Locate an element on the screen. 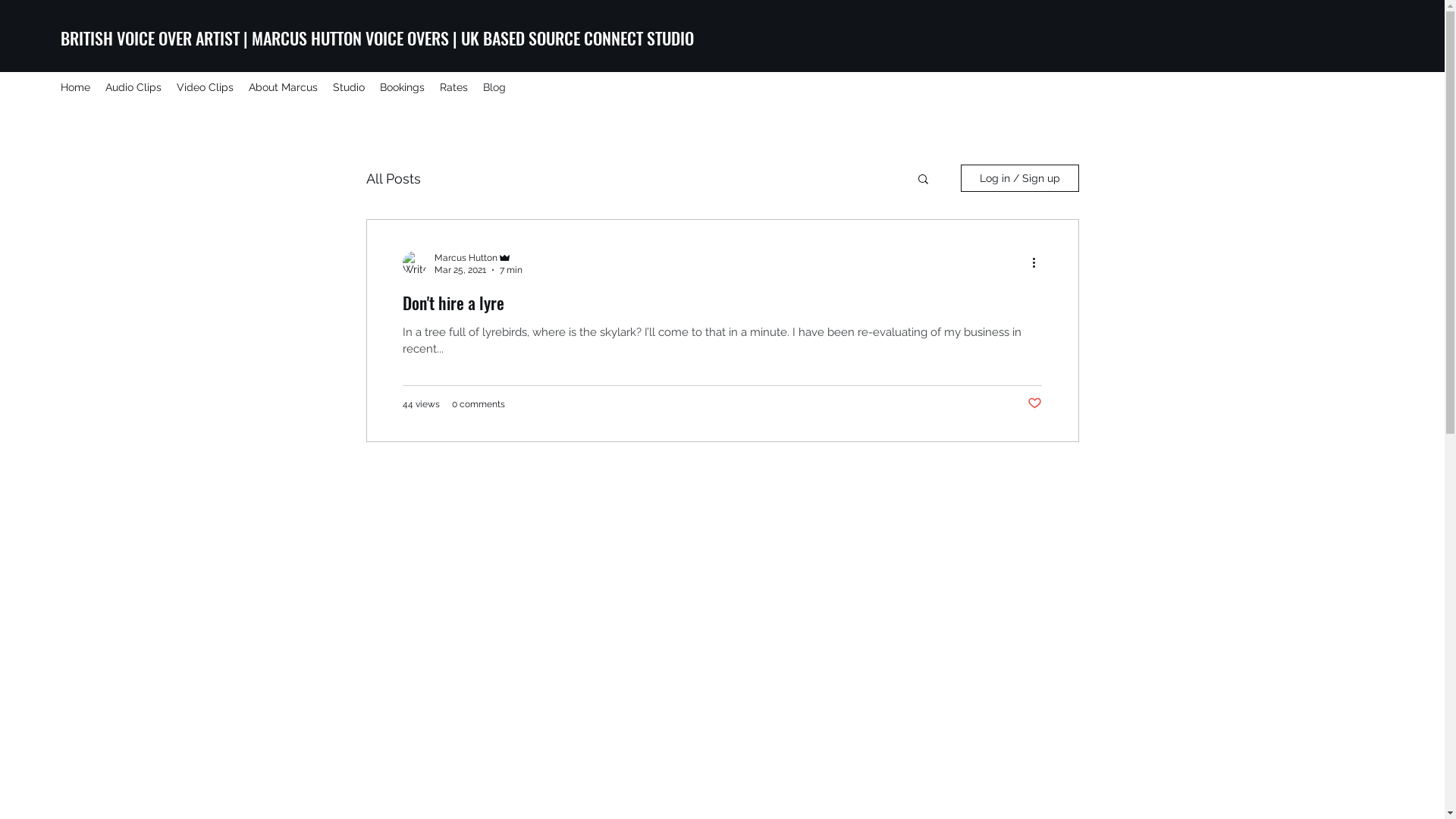  'Post not marked as liked' is located at coordinates (1034, 403).